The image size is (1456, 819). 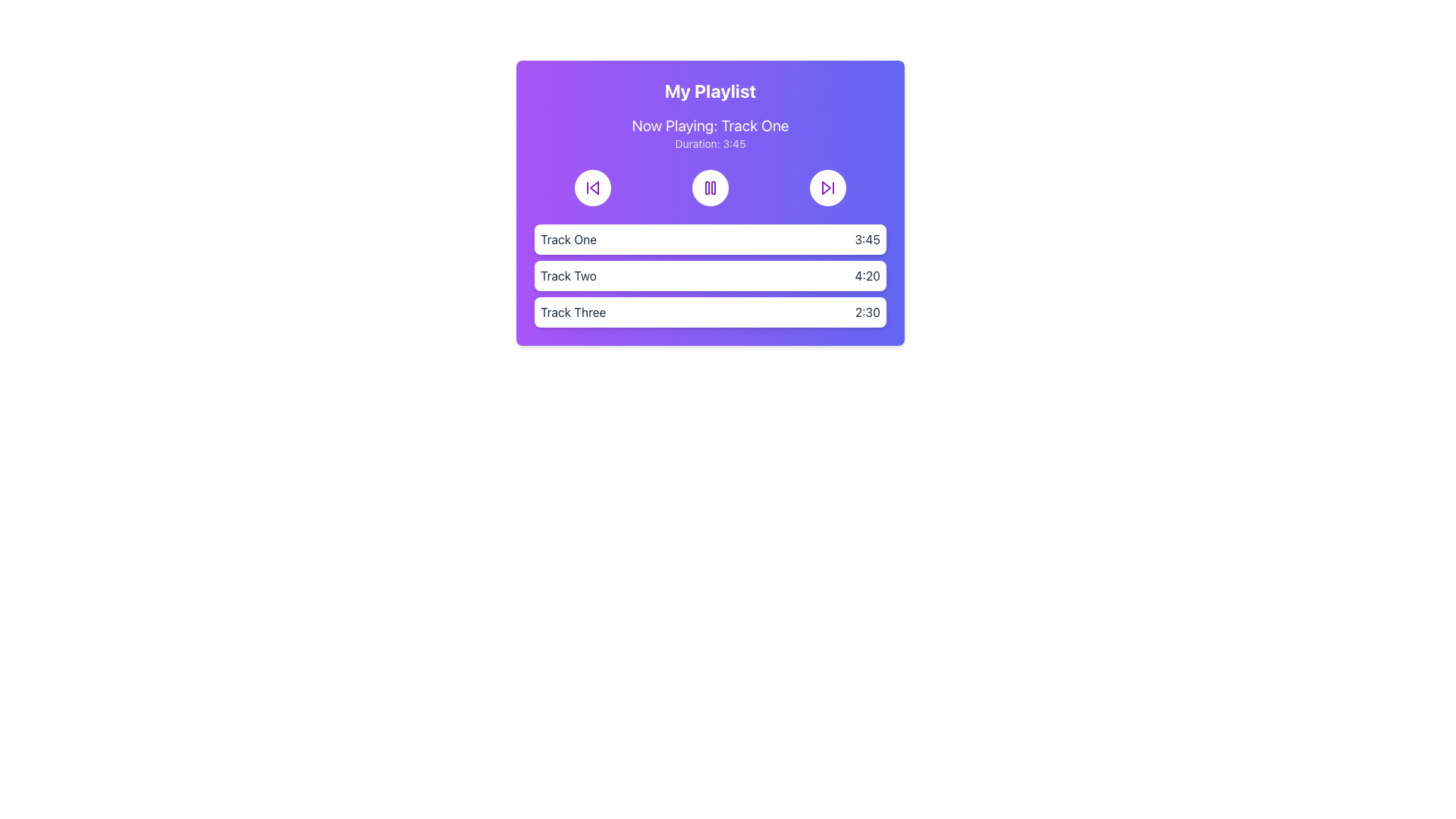 What do you see at coordinates (567, 275) in the screenshot?
I see `the 'Track Two' text label, which is styled in black on a white background and located in the second row of a vertical list of tracks` at bounding box center [567, 275].